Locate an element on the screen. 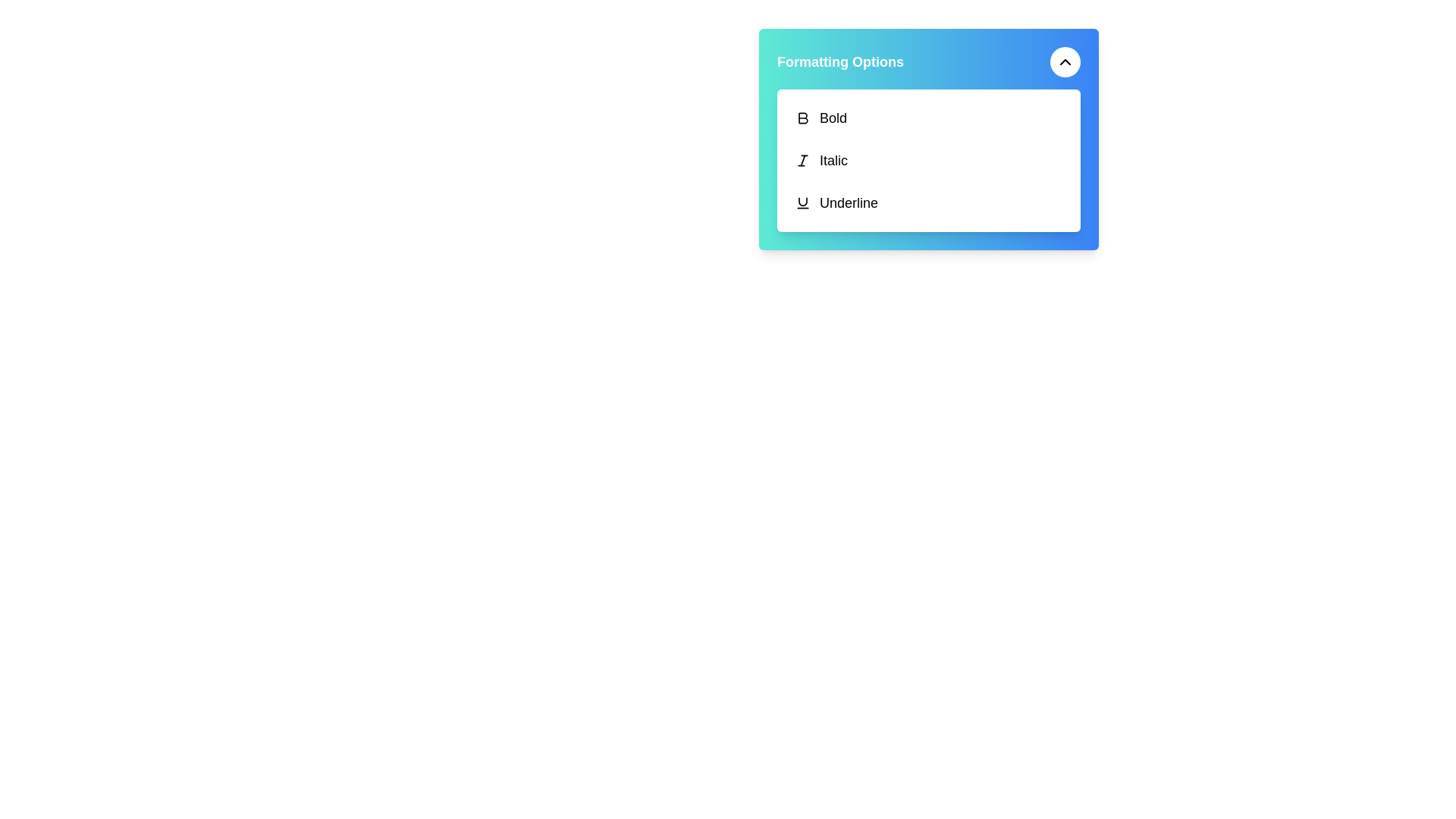 This screenshot has width=1456, height=819. the bold formatting icon located in the top portion of the 'Formatting Options' box to apply bold formatting to the selected text is located at coordinates (802, 117).